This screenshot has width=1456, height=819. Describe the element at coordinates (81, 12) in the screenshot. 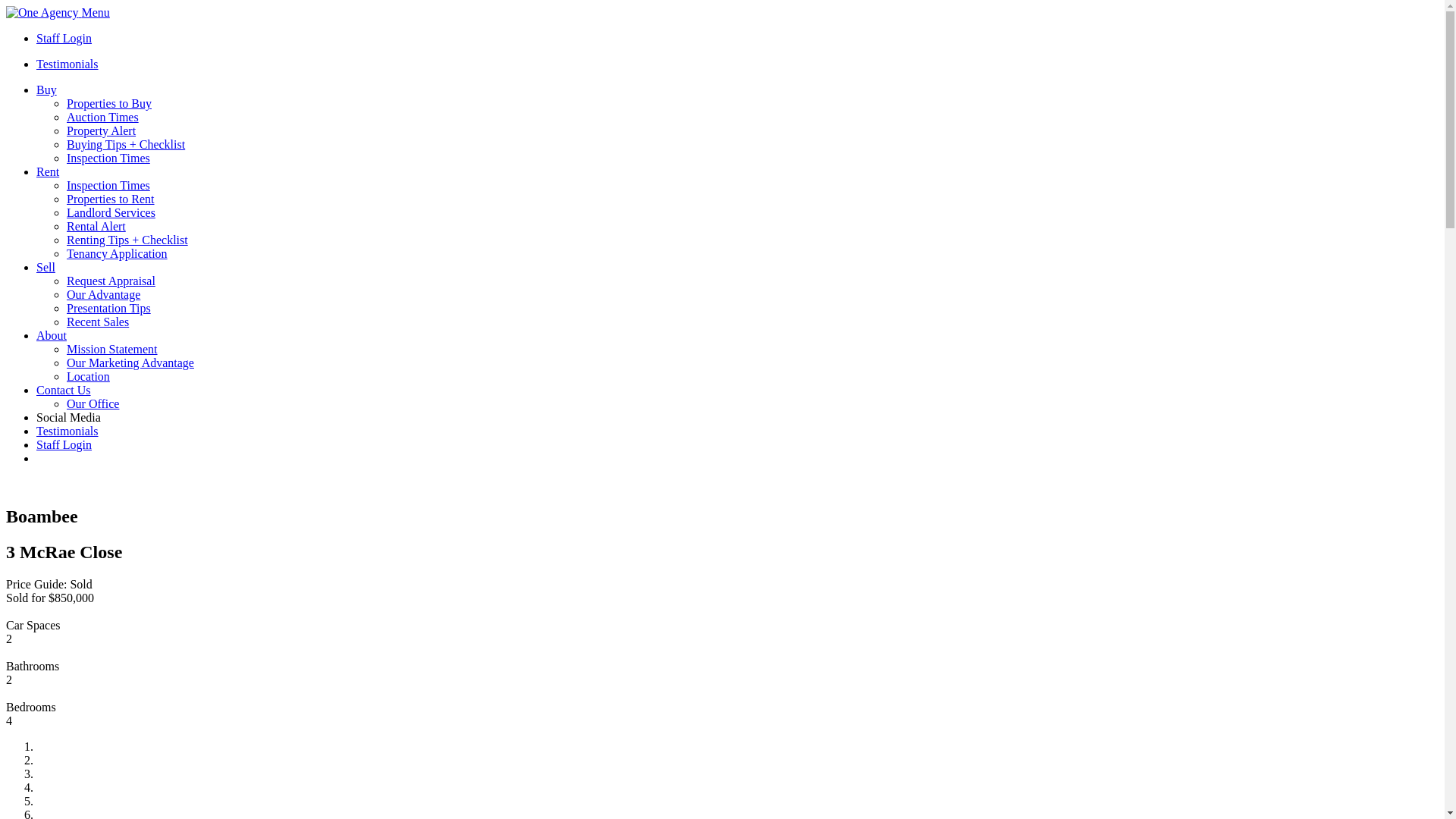

I see `'Menu'` at that location.